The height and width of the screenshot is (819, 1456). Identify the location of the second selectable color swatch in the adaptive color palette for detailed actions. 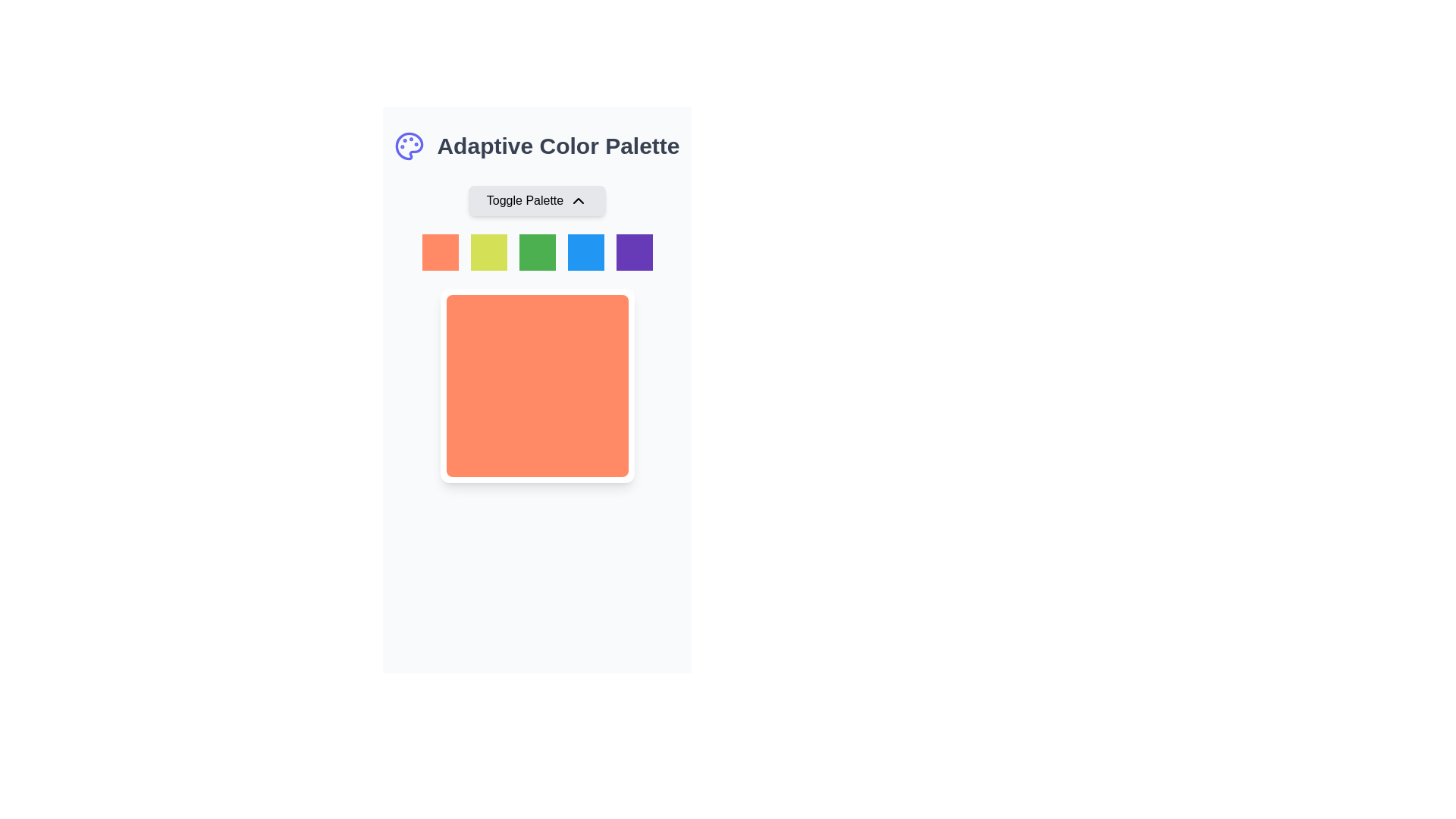
(488, 251).